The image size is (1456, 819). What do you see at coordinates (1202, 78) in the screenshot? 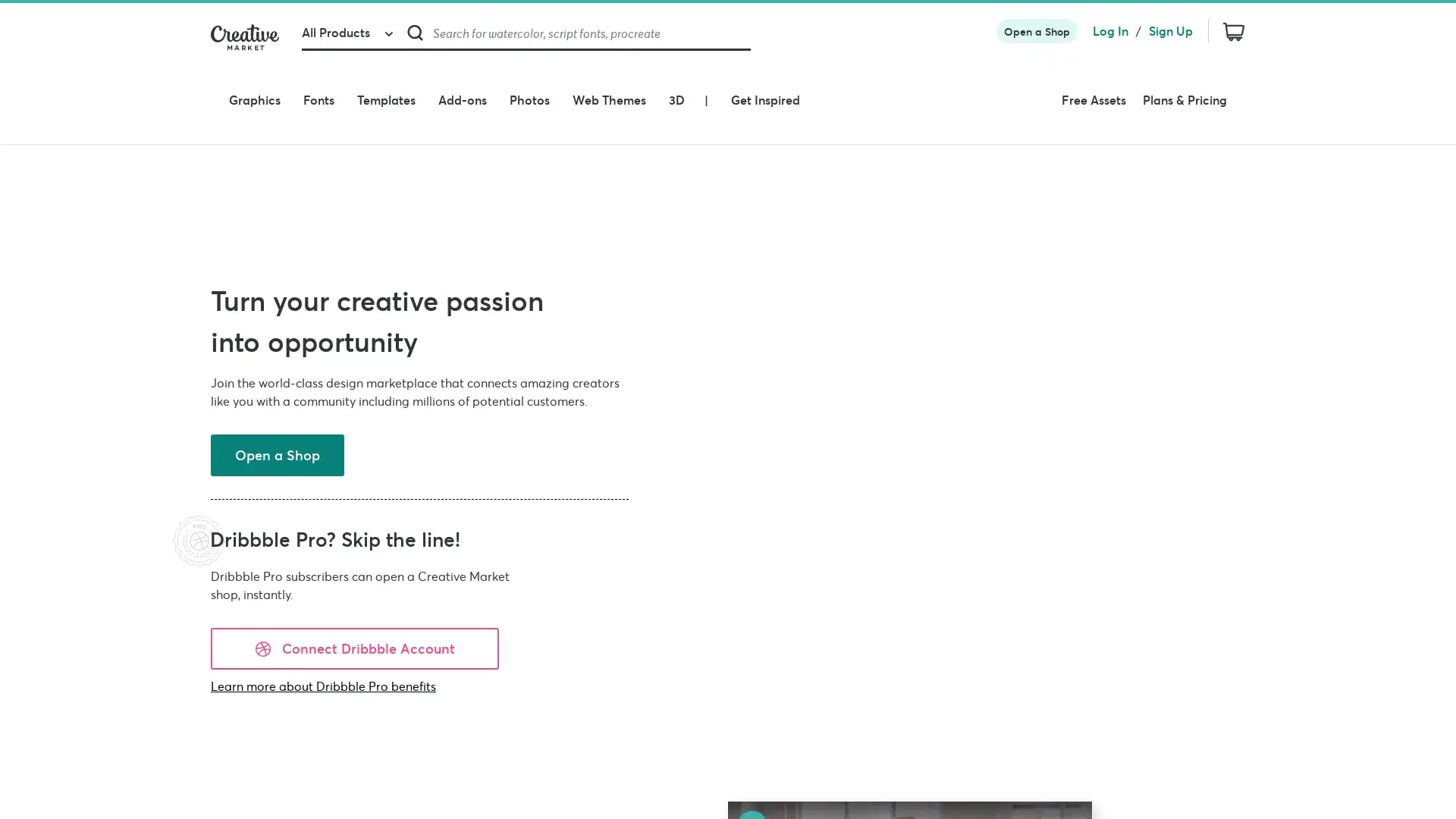
I see `Plans & Pricing` at bounding box center [1202, 78].